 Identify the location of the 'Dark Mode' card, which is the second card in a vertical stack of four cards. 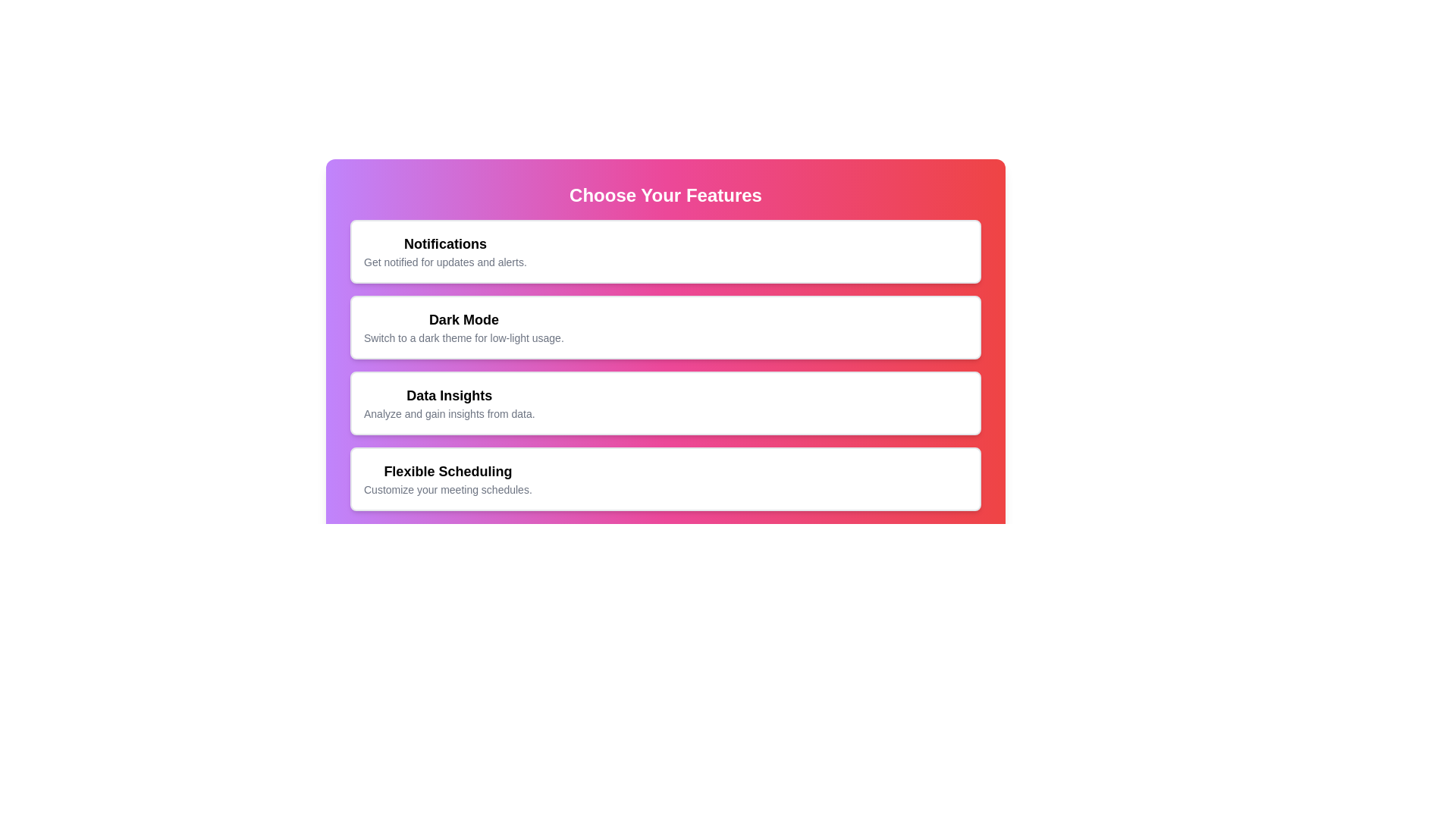
(666, 327).